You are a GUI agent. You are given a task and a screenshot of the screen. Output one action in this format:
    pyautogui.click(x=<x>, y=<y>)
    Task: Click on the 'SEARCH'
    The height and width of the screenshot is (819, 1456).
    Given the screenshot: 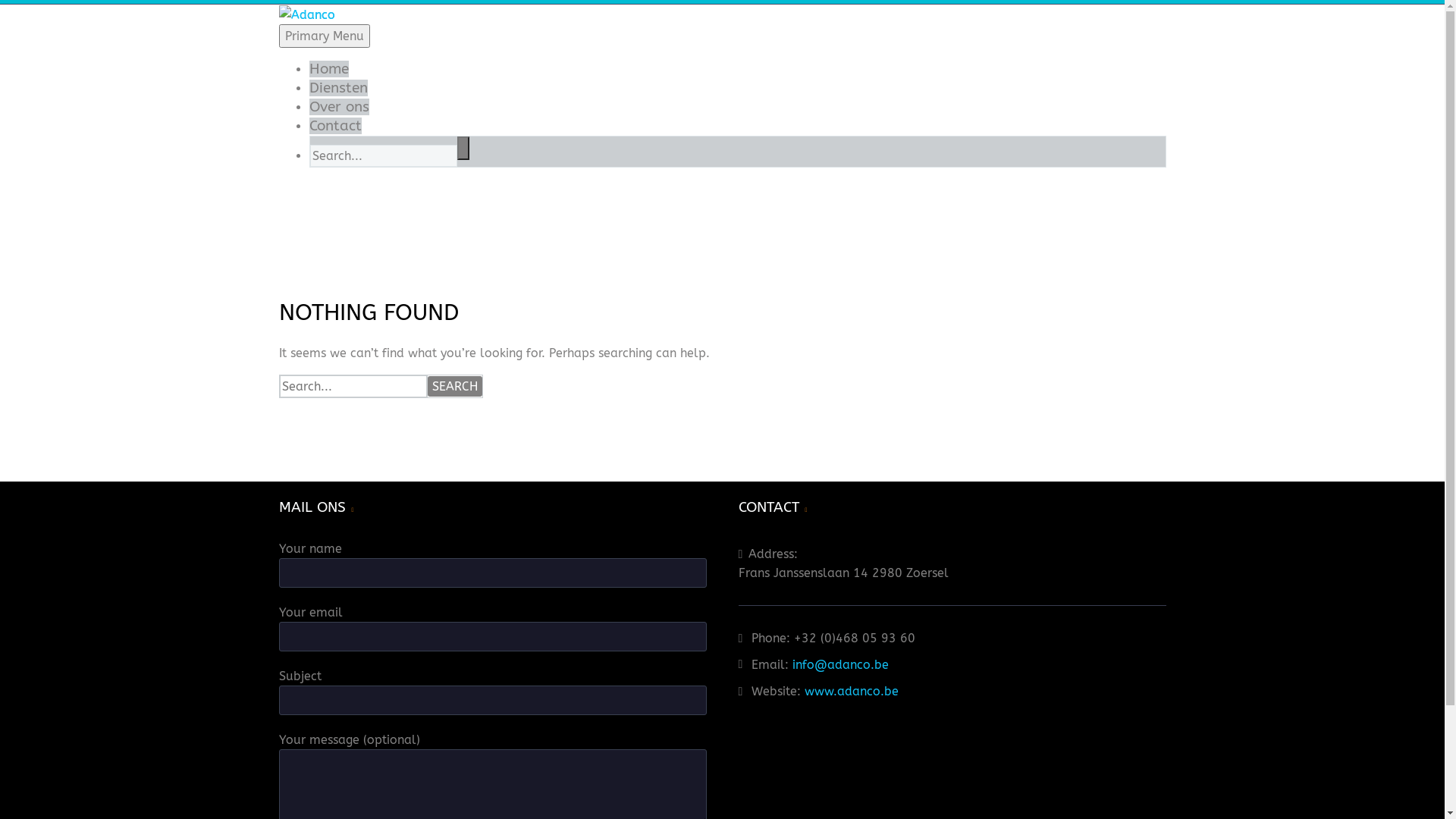 What is the action you would take?
    pyautogui.click(x=454, y=385)
    